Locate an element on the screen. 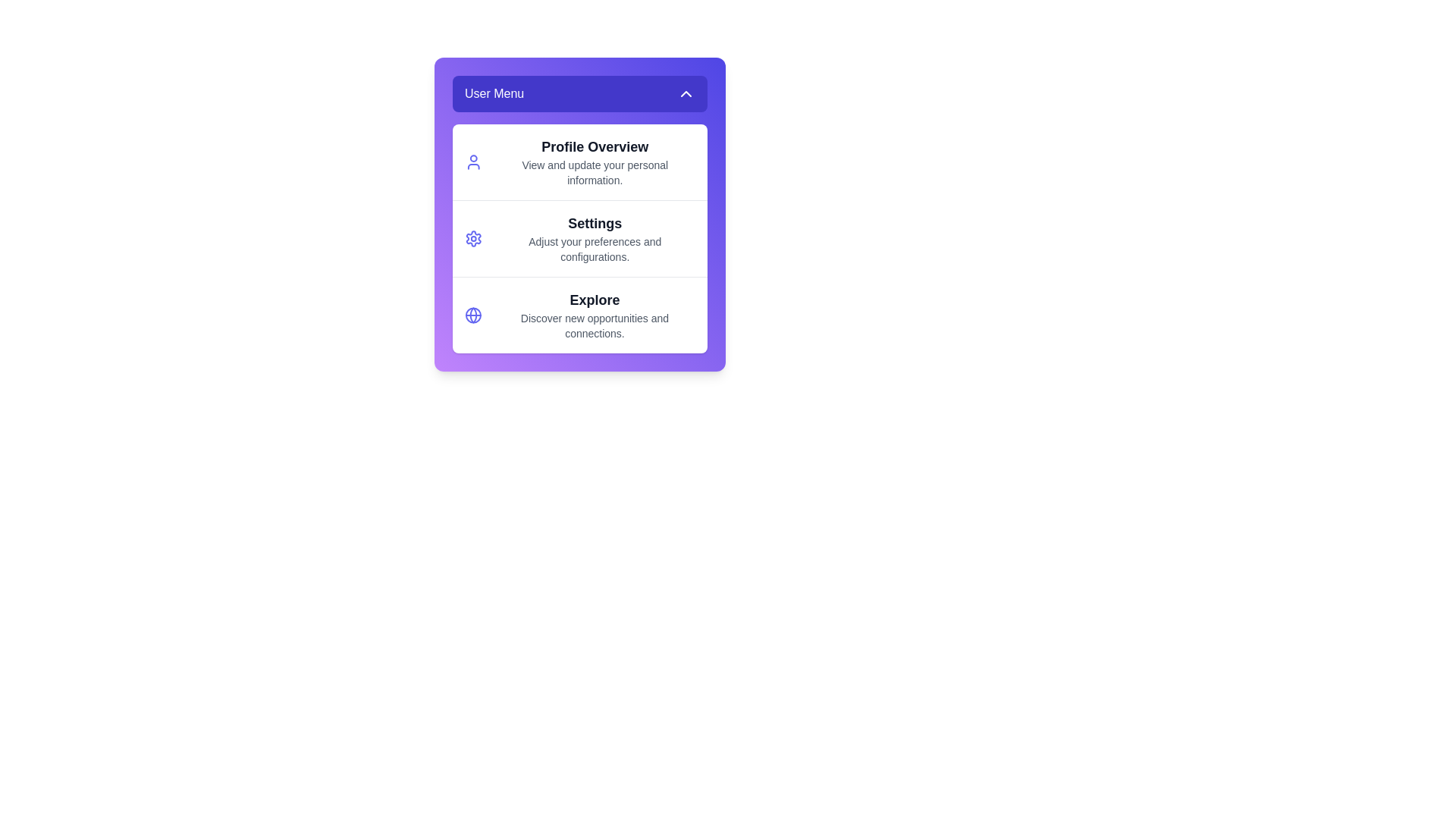 The height and width of the screenshot is (819, 1456). the descriptive text element located below the 'Explore' section in the 'User Menu' interface to provide additional context about its purpose is located at coordinates (594, 325).